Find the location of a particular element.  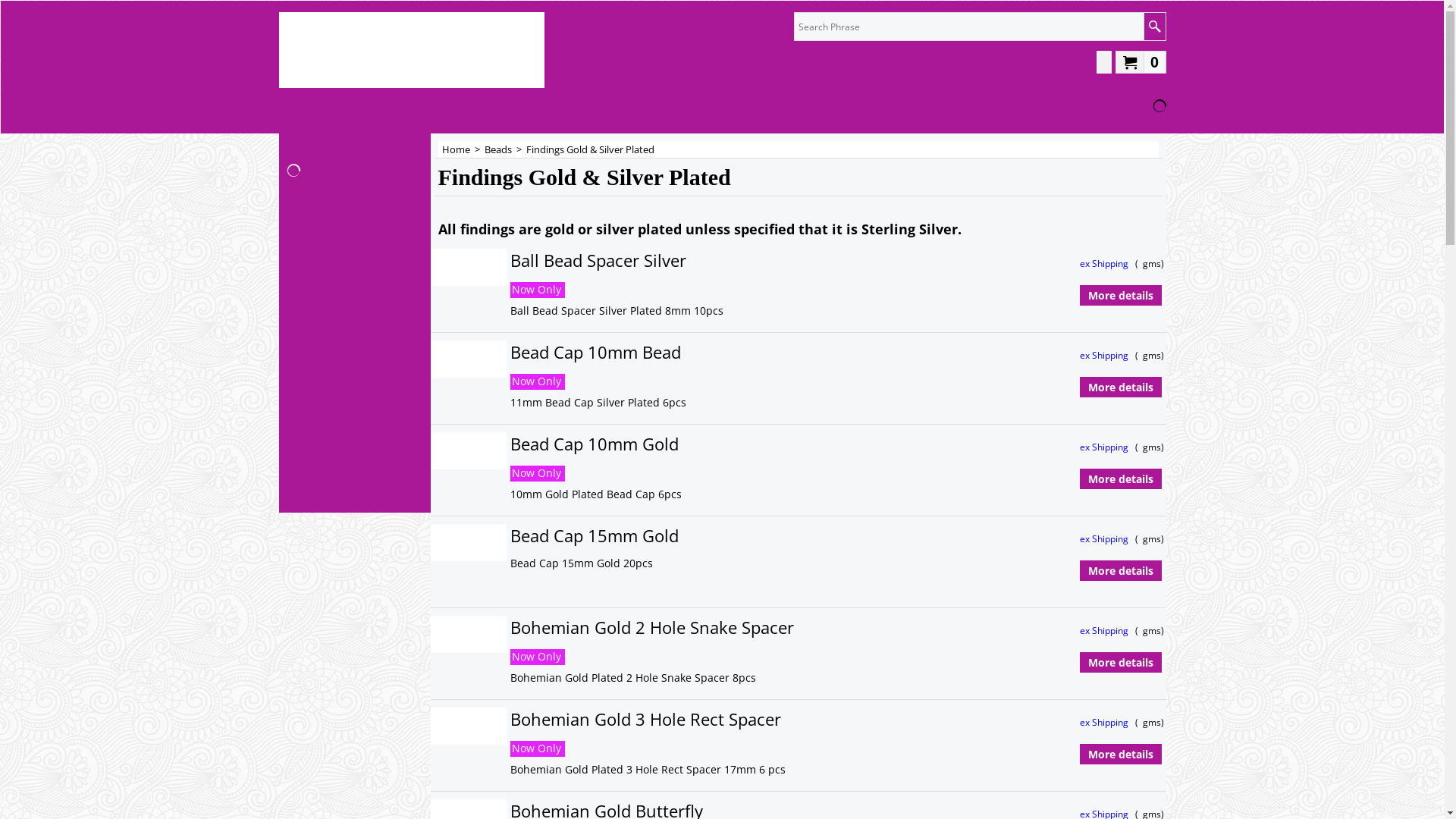

'Bohemian Gold 3 Hole Rect Spacer' is located at coordinates (756, 718).